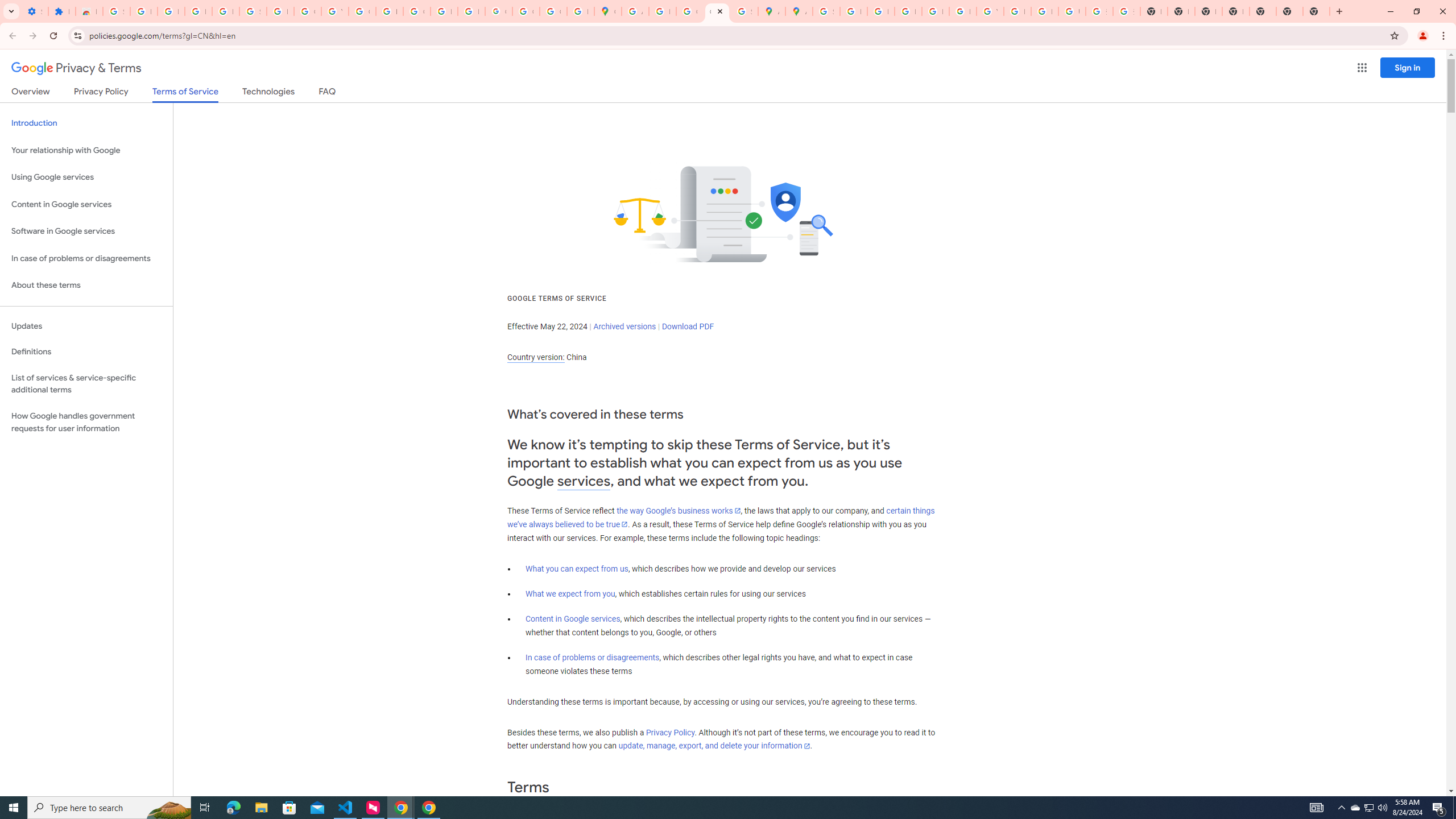 The width and height of the screenshot is (1456, 819). Describe the element at coordinates (535, 357) in the screenshot. I see `'Country version:'` at that location.